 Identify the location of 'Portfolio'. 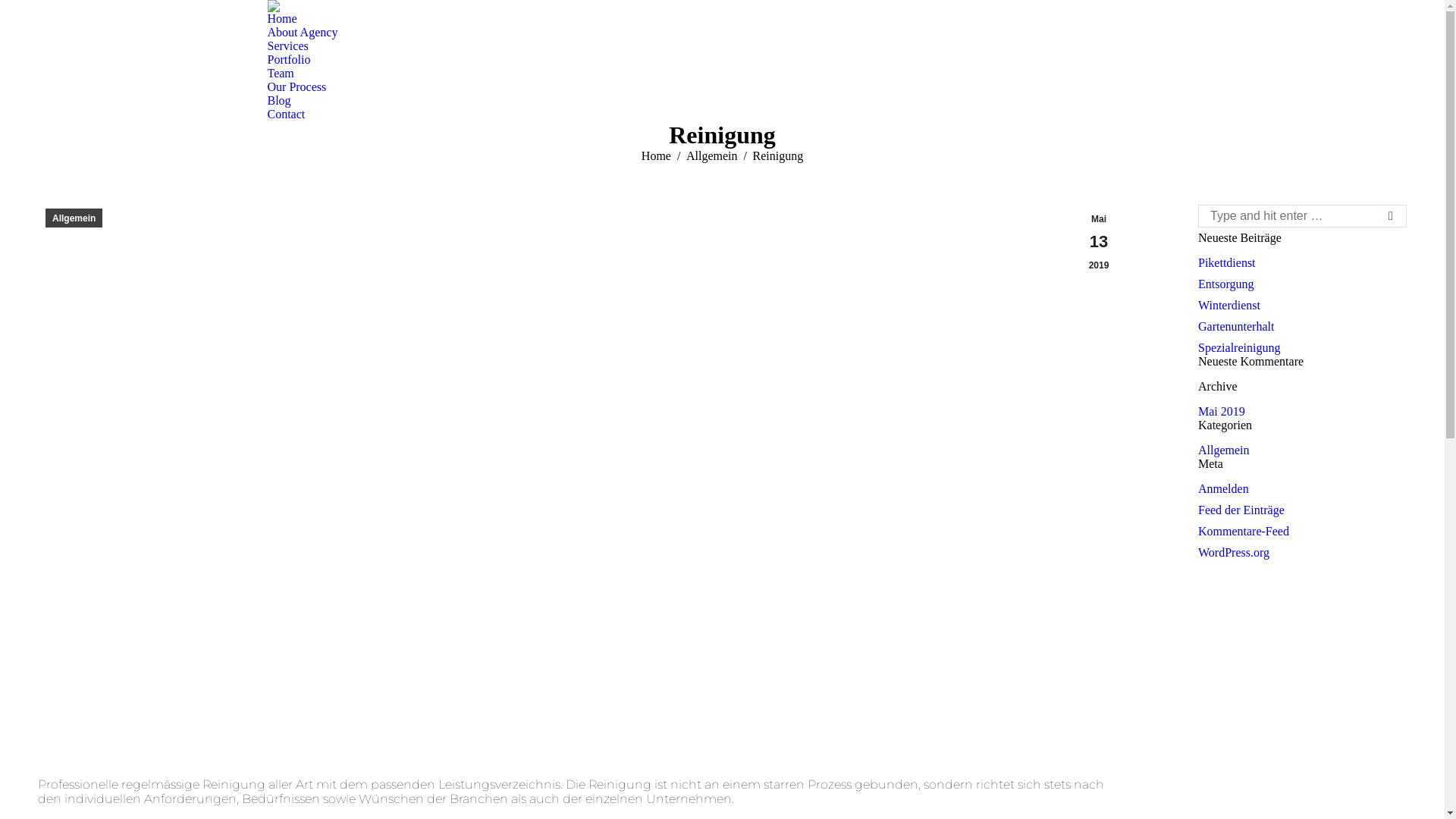
(266, 58).